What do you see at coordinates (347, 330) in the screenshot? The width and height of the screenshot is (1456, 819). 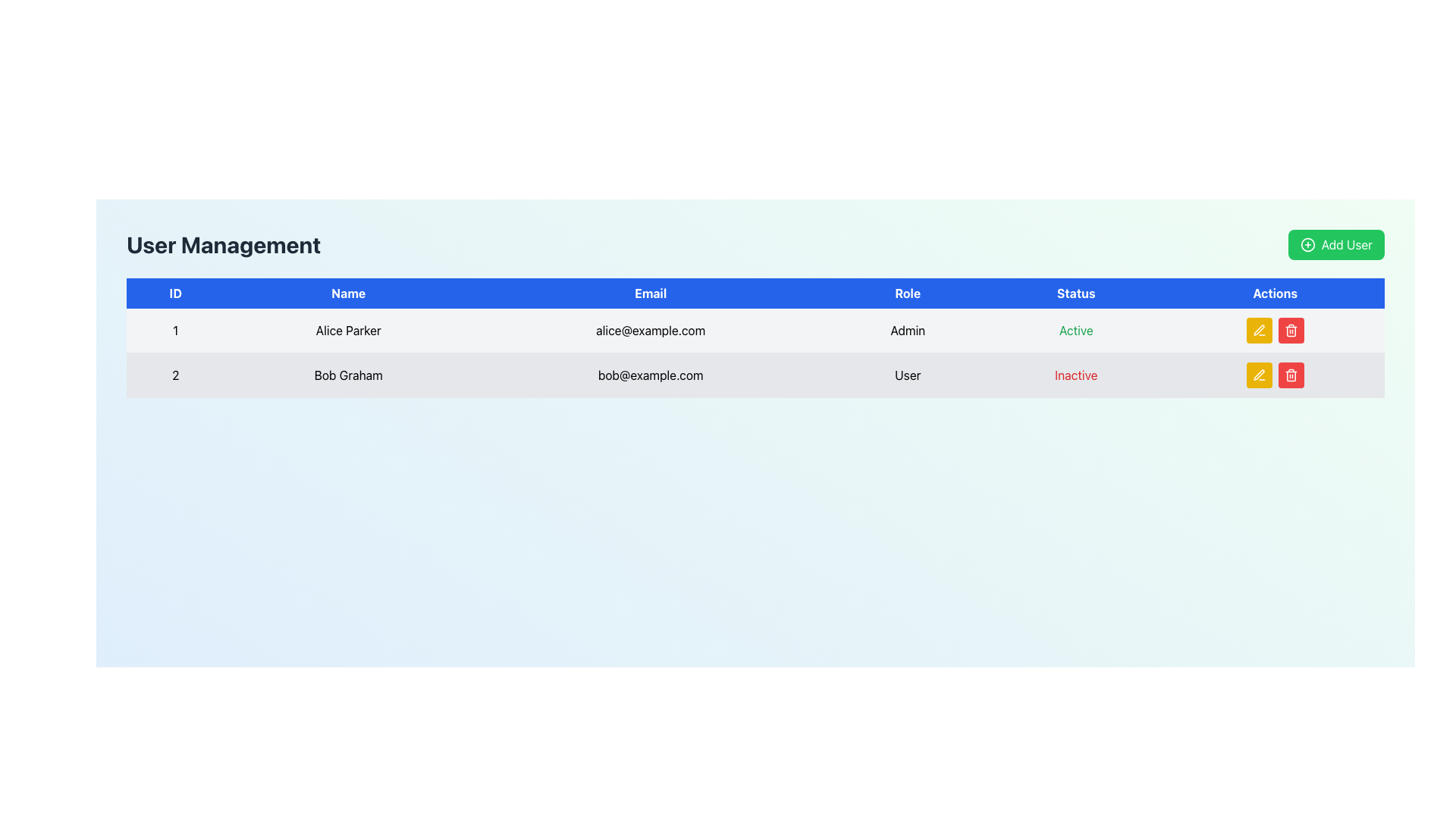 I see `the text display showing 'Alice Parker' in the second column of the user management table` at bounding box center [347, 330].